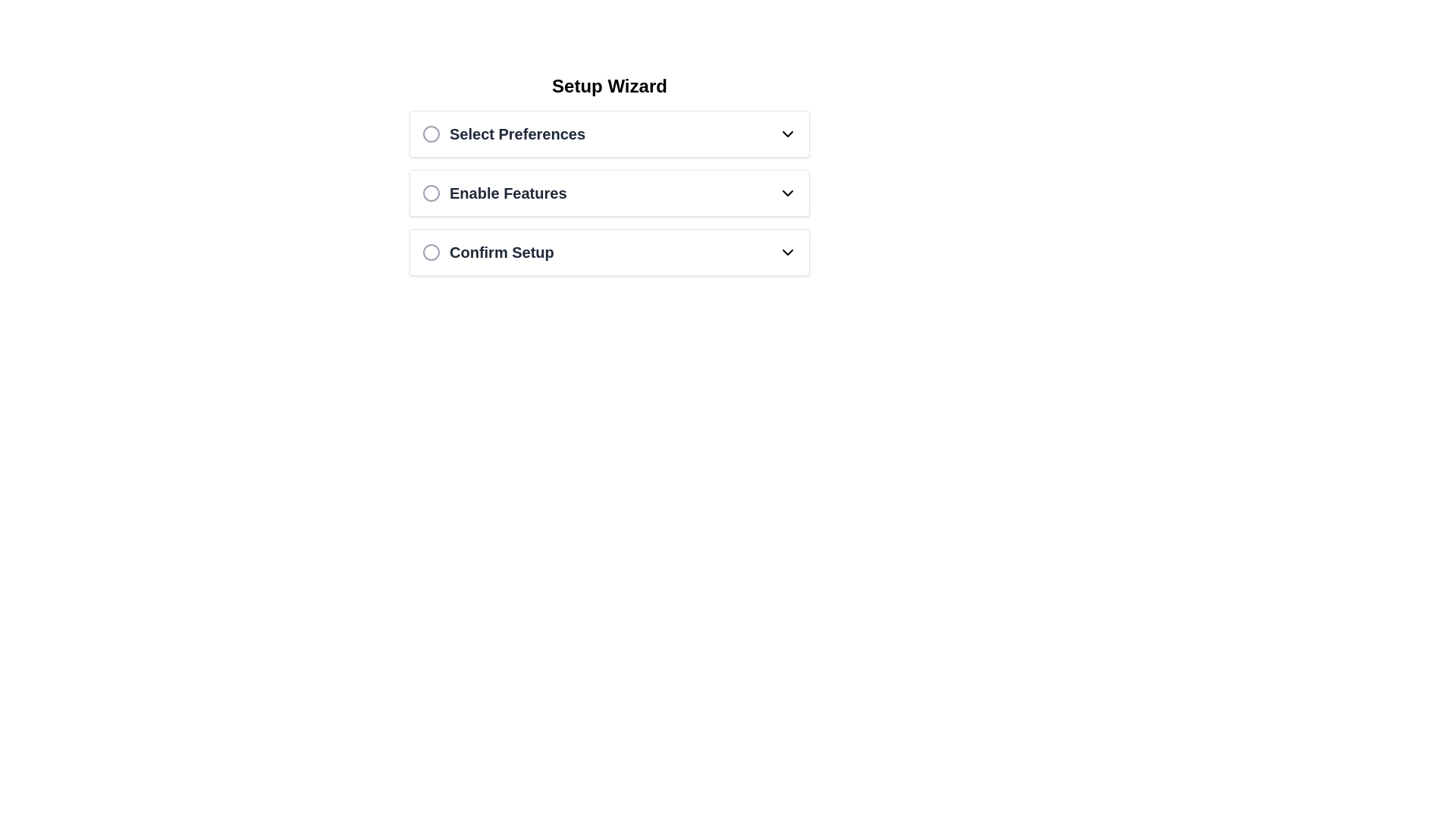 This screenshot has height=819, width=1456. I want to click on the title text element that serves as a descriptor for the associated setting in the 'Setup Wizard' list, positioned below 'Select Preferences' and above 'Confirm Setup', so click(508, 192).